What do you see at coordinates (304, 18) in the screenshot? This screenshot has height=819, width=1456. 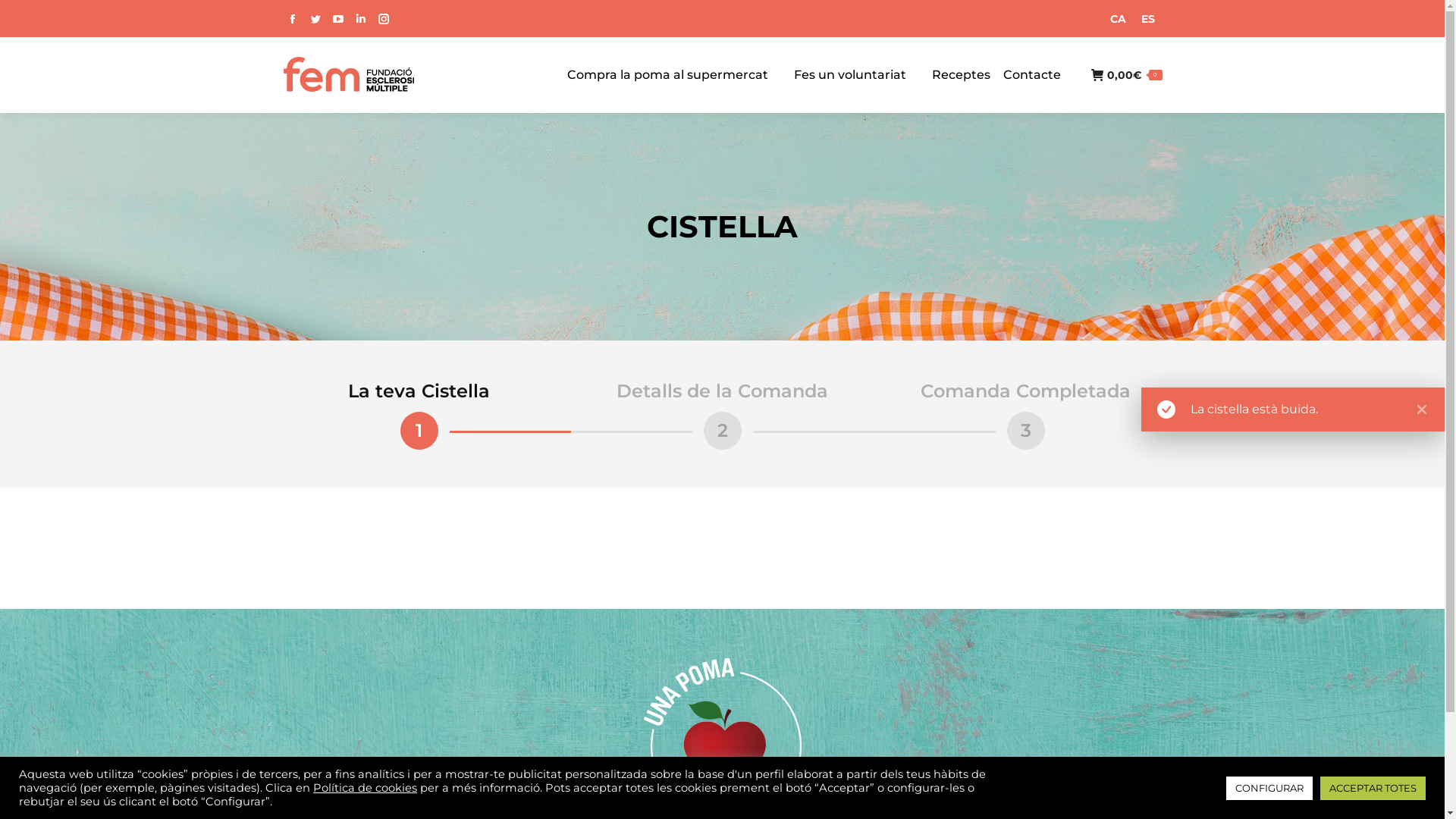 I see `'Twitter page opens in new window'` at bounding box center [304, 18].